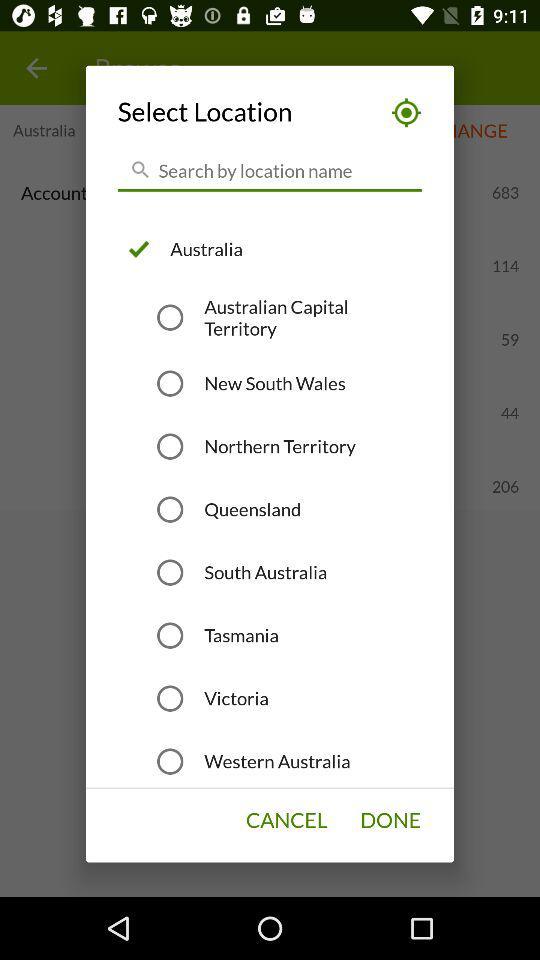 The image size is (540, 960). I want to click on the item to the left of done item, so click(285, 820).